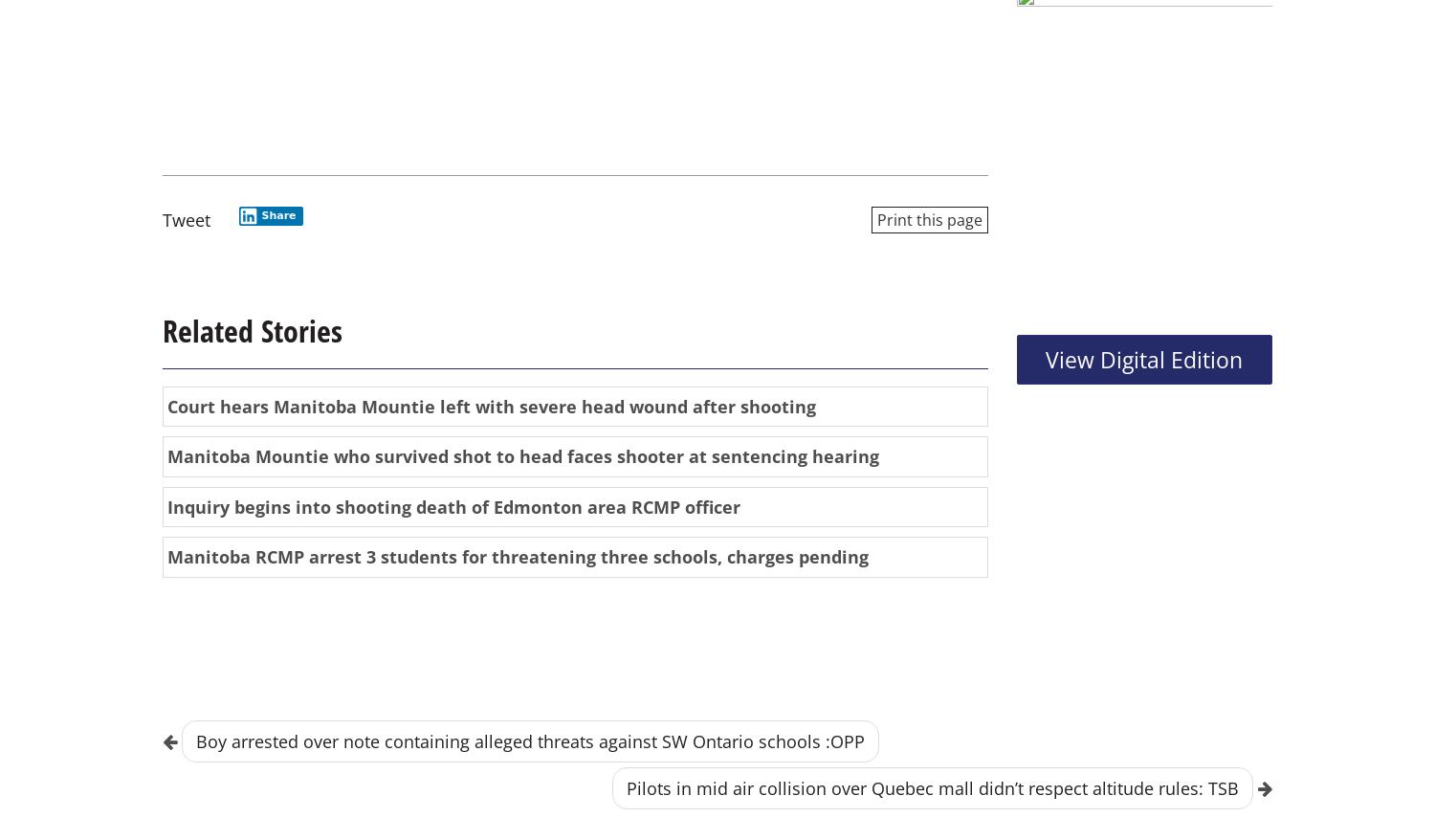 This screenshot has height=840, width=1435. What do you see at coordinates (932, 787) in the screenshot?
I see `'Pilots in mid air collision over Quebec mall didn’t respect altitude rules: TSB'` at bounding box center [932, 787].